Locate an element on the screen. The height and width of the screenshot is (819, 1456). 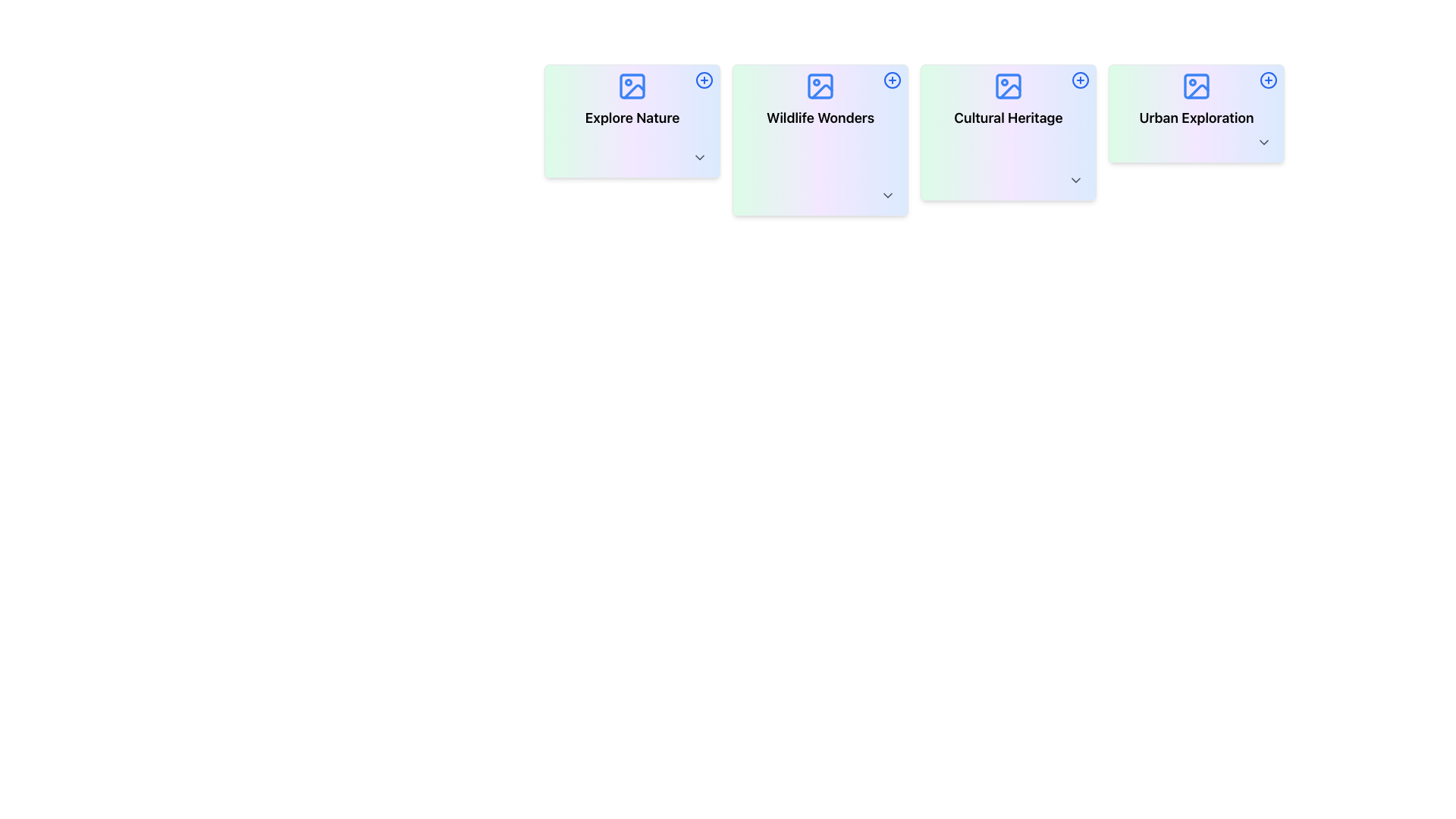
the title text of the second card in the collection, which is positioned between the first card labeled 'Explore Nature' and the third card labeled 'Cultural Heritage' is located at coordinates (819, 117).